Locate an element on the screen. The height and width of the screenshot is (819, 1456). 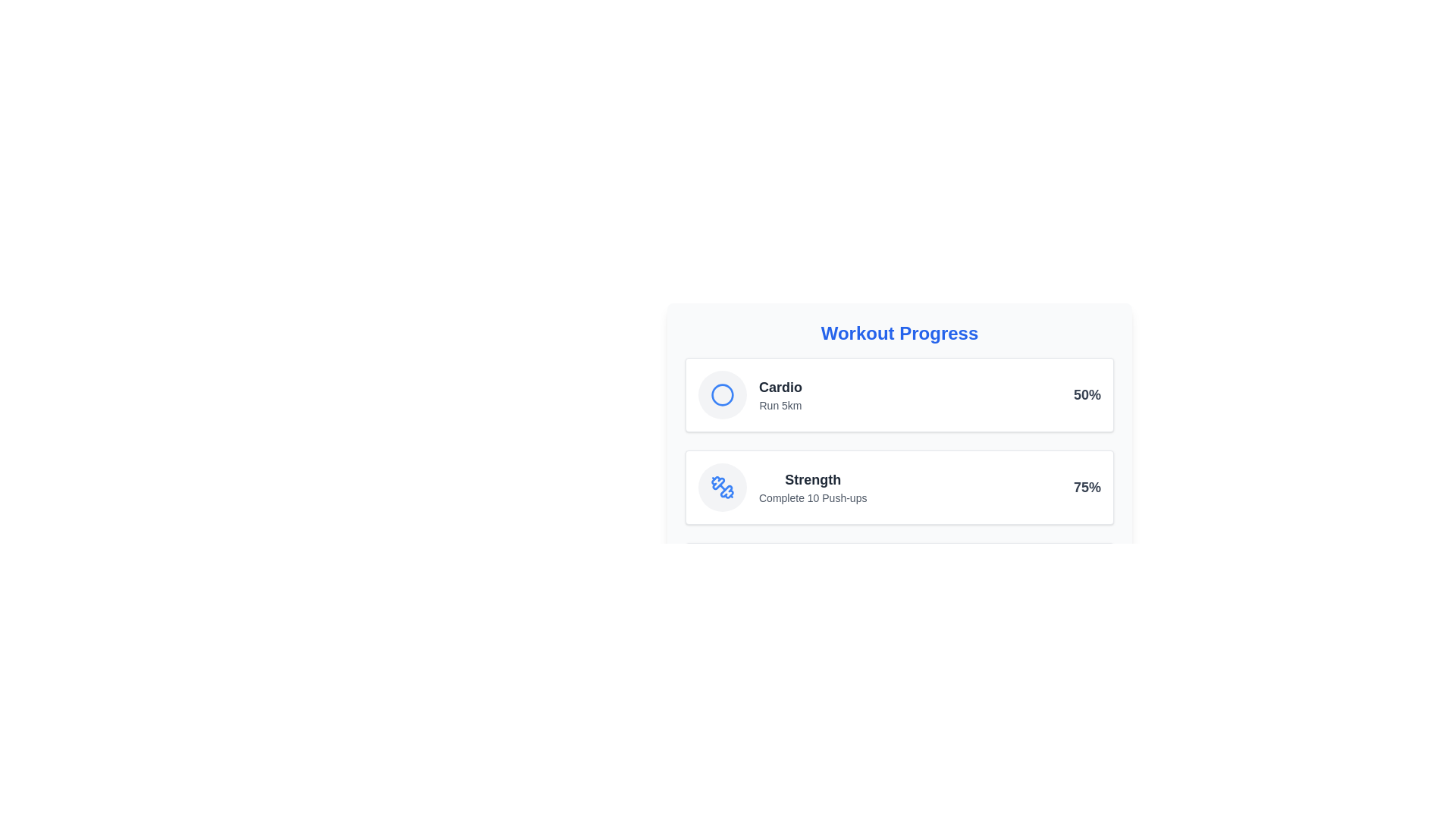
the second list item element displaying the progress and details for the 'Strength' activity in the user's workout tracking interface is located at coordinates (899, 488).